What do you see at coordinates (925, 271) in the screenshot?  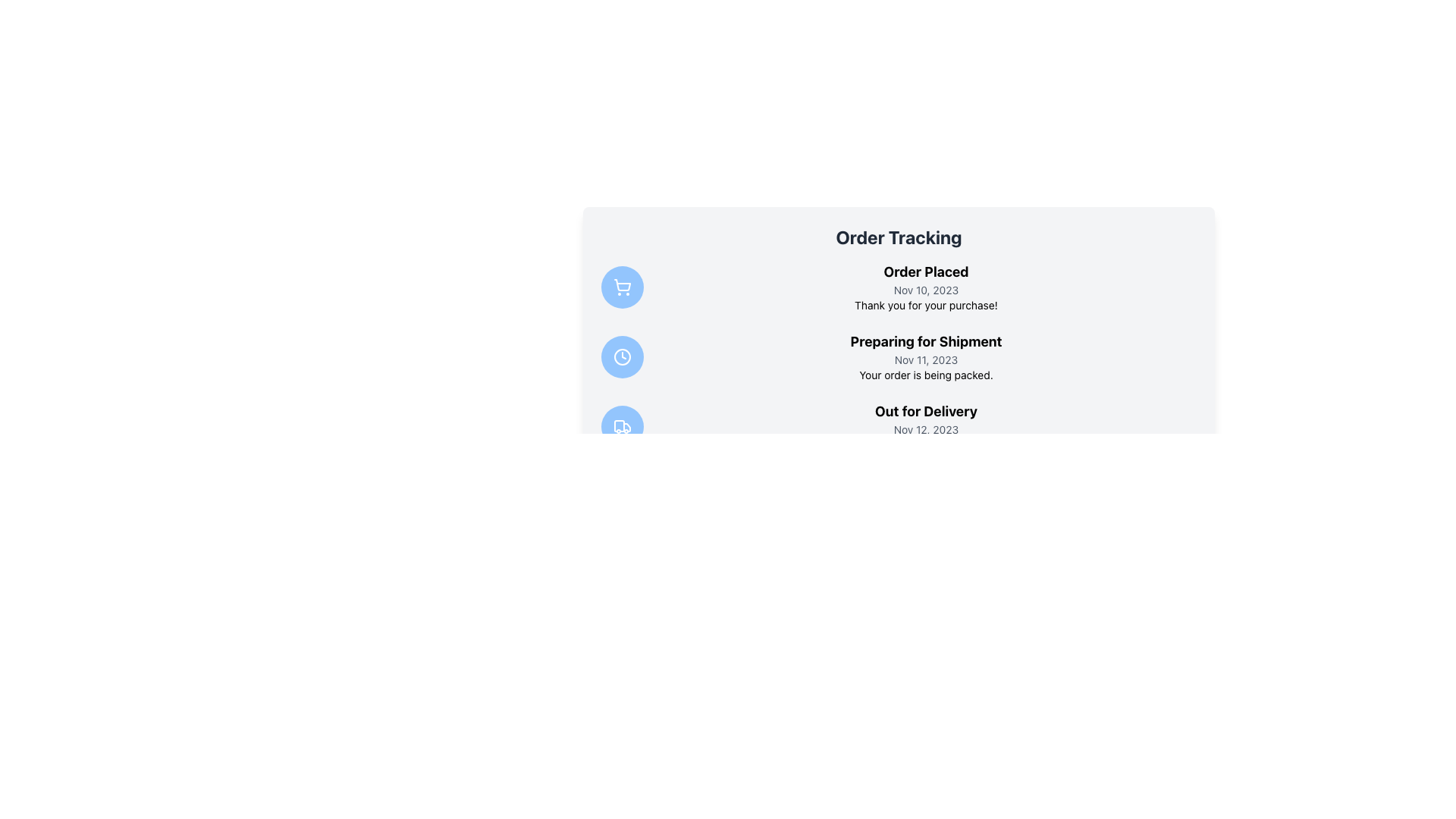 I see `bold text label stating 'Order Placed' located at the center of the 'Order Tracking' panel, above the details 'Nov 10, 2023' and 'Thank you for your purchase!'` at bounding box center [925, 271].